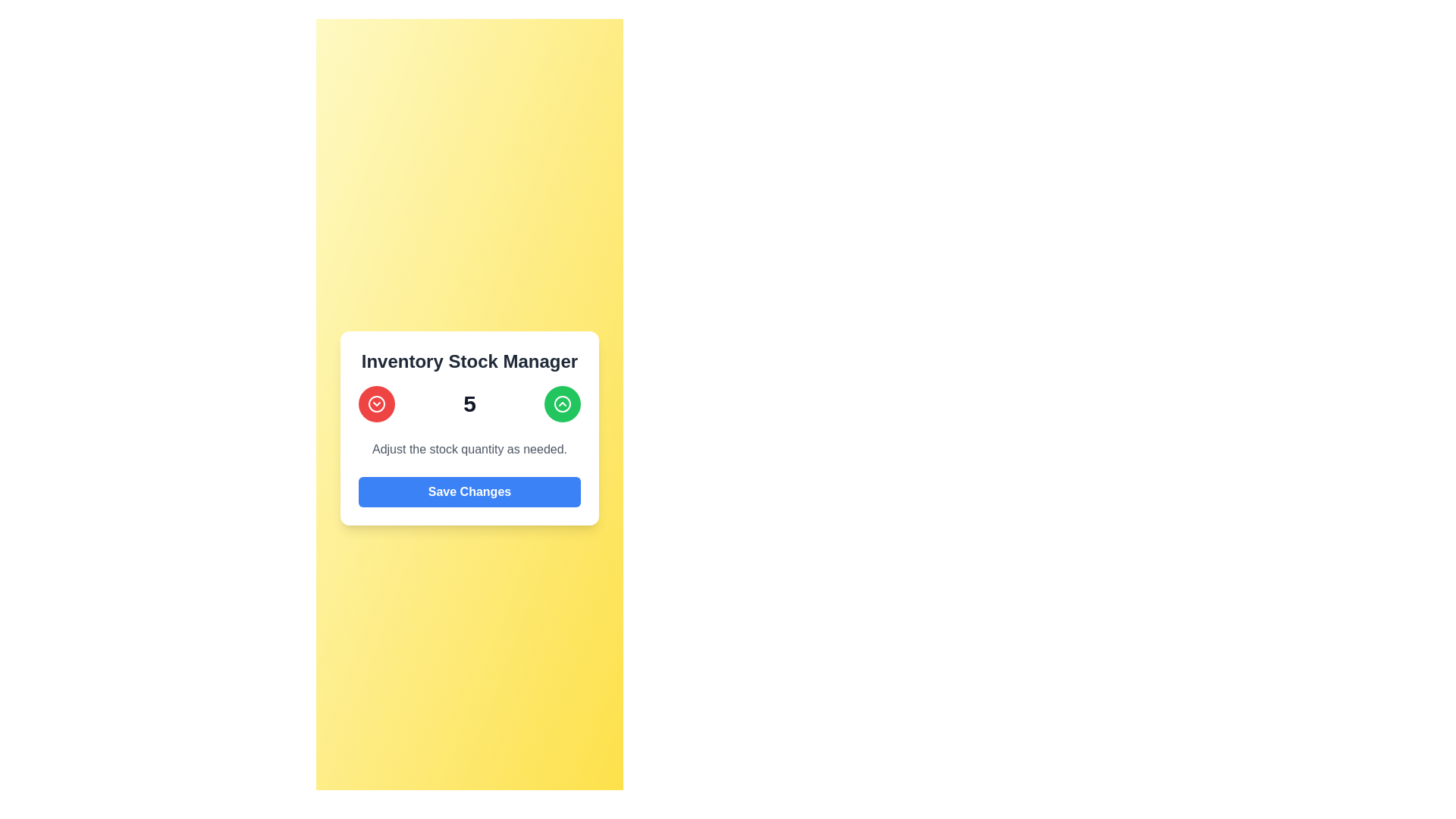  Describe the element at coordinates (562, 403) in the screenshot. I see `the decorative SVG circle located at the bottom center of the green circular icon within the 'Inventory Stock Manager' card` at that location.